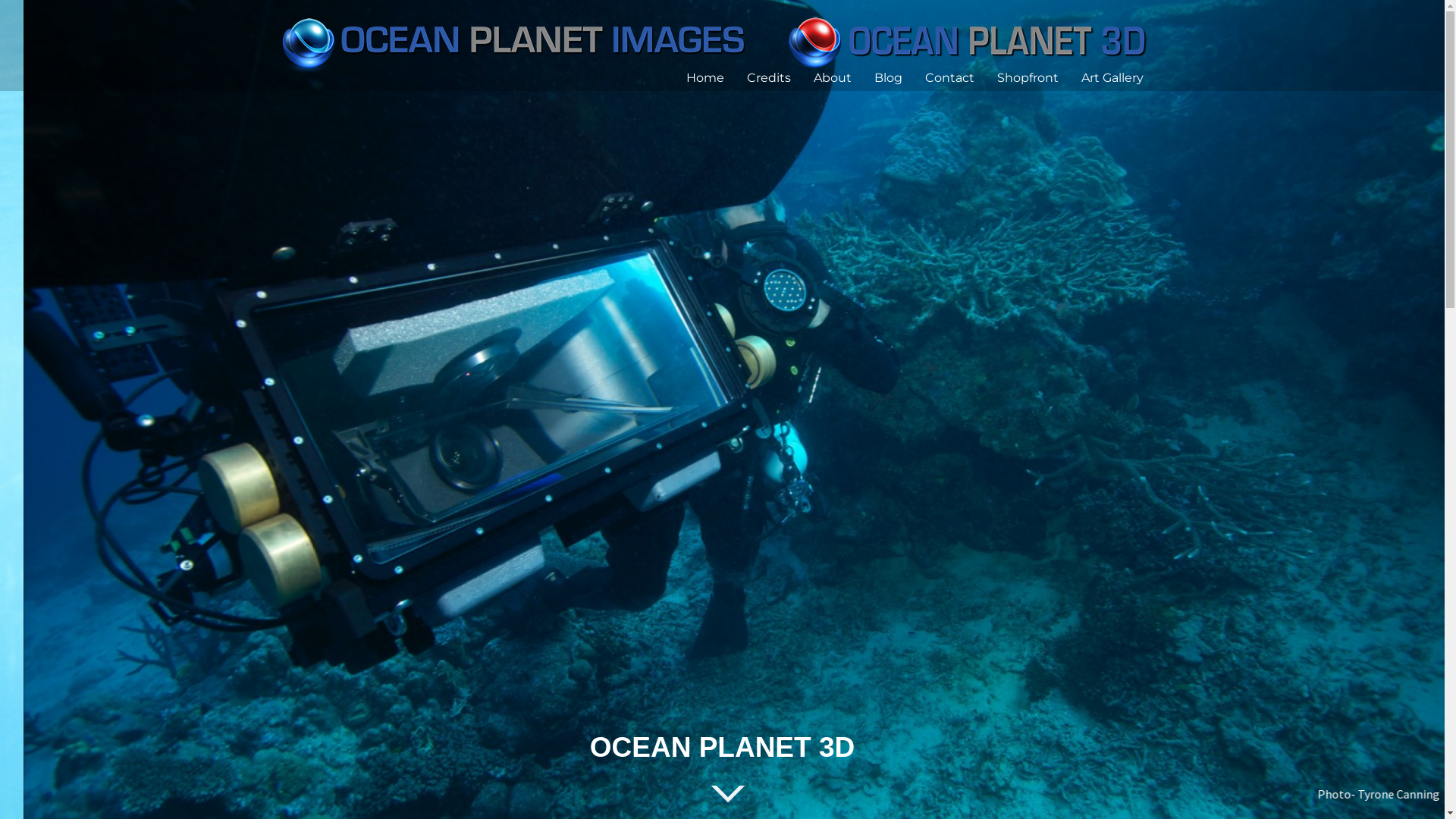  What do you see at coordinates (1112, 77) in the screenshot?
I see `'Art Gallery'` at bounding box center [1112, 77].